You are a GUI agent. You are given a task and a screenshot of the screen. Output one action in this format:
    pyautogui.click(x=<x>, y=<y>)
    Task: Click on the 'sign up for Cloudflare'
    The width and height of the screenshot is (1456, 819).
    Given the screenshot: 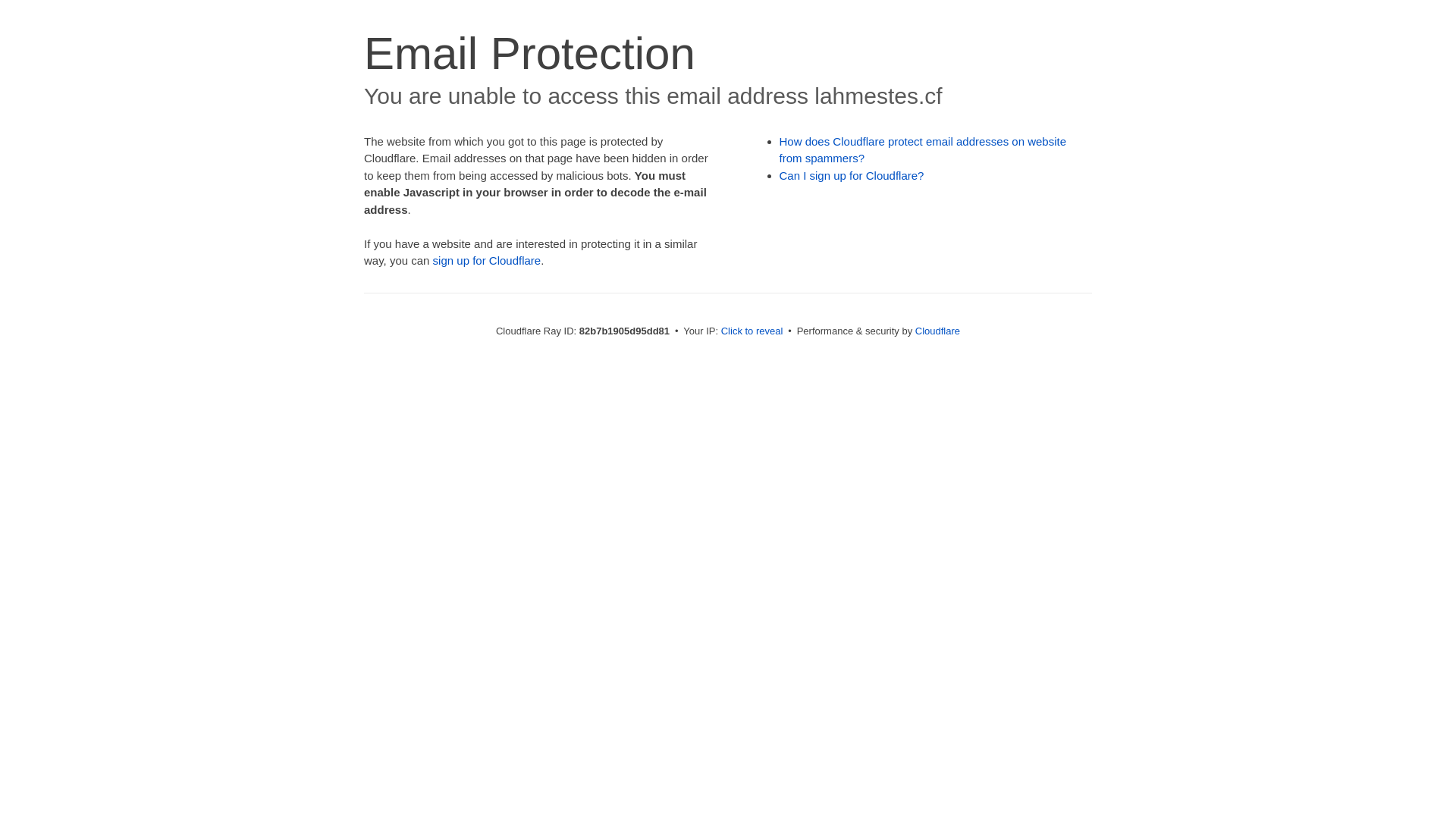 What is the action you would take?
    pyautogui.click(x=487, y=259)
    